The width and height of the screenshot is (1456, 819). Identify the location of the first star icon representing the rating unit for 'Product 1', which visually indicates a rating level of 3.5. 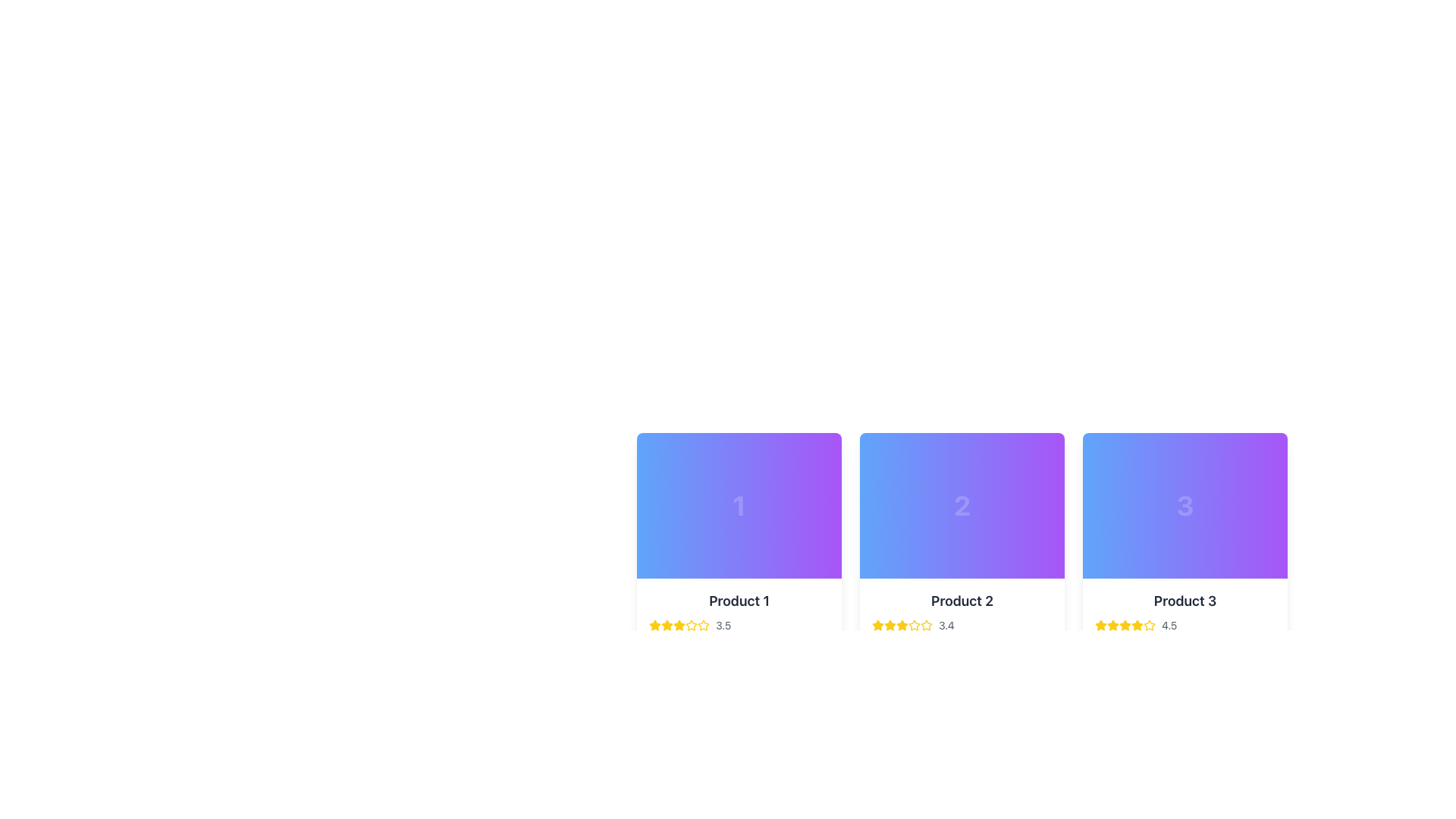
(667, 625).